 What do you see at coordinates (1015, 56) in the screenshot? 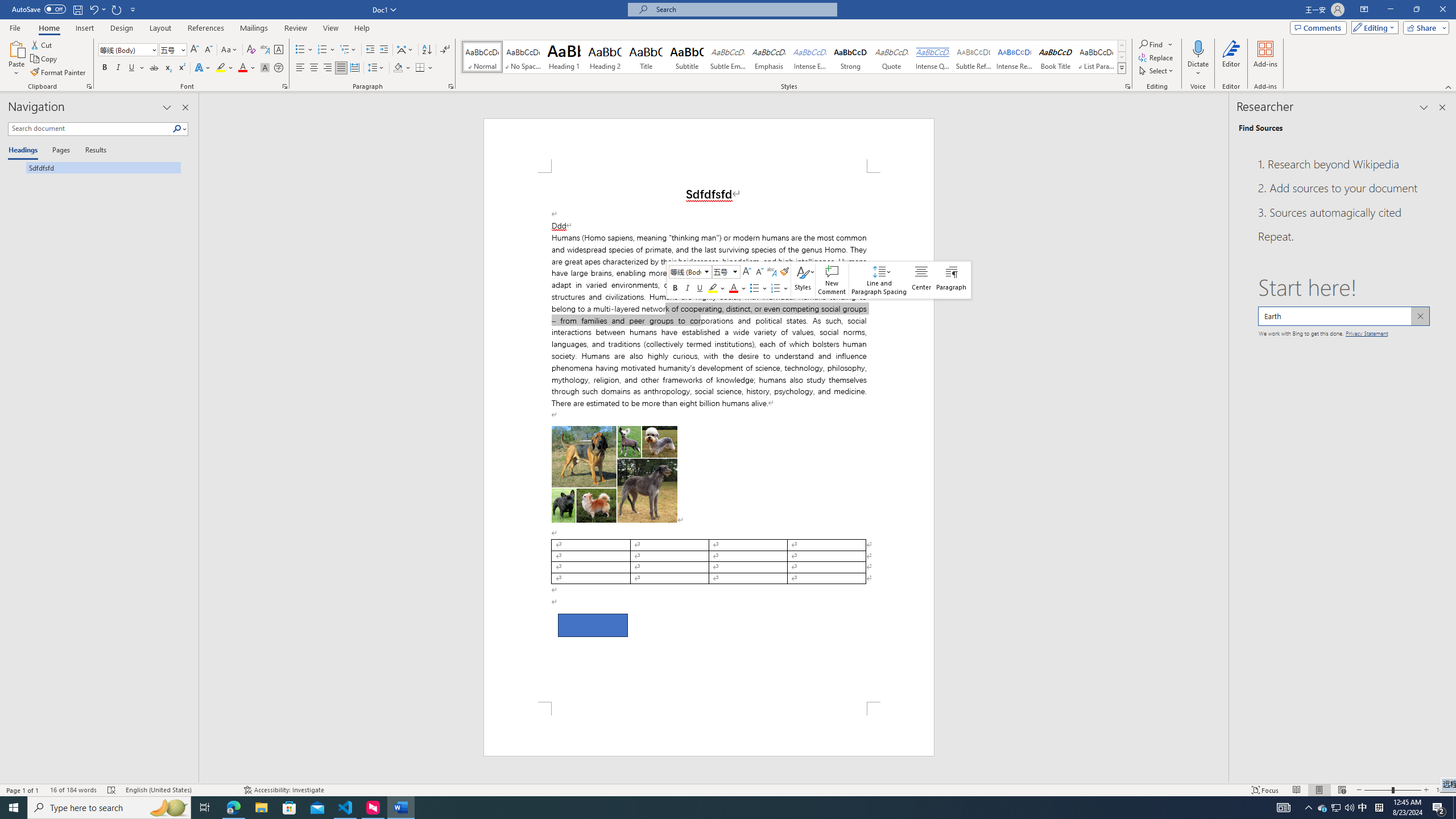
I see `'Intense Reference'` at bounding box center [1015, 56].